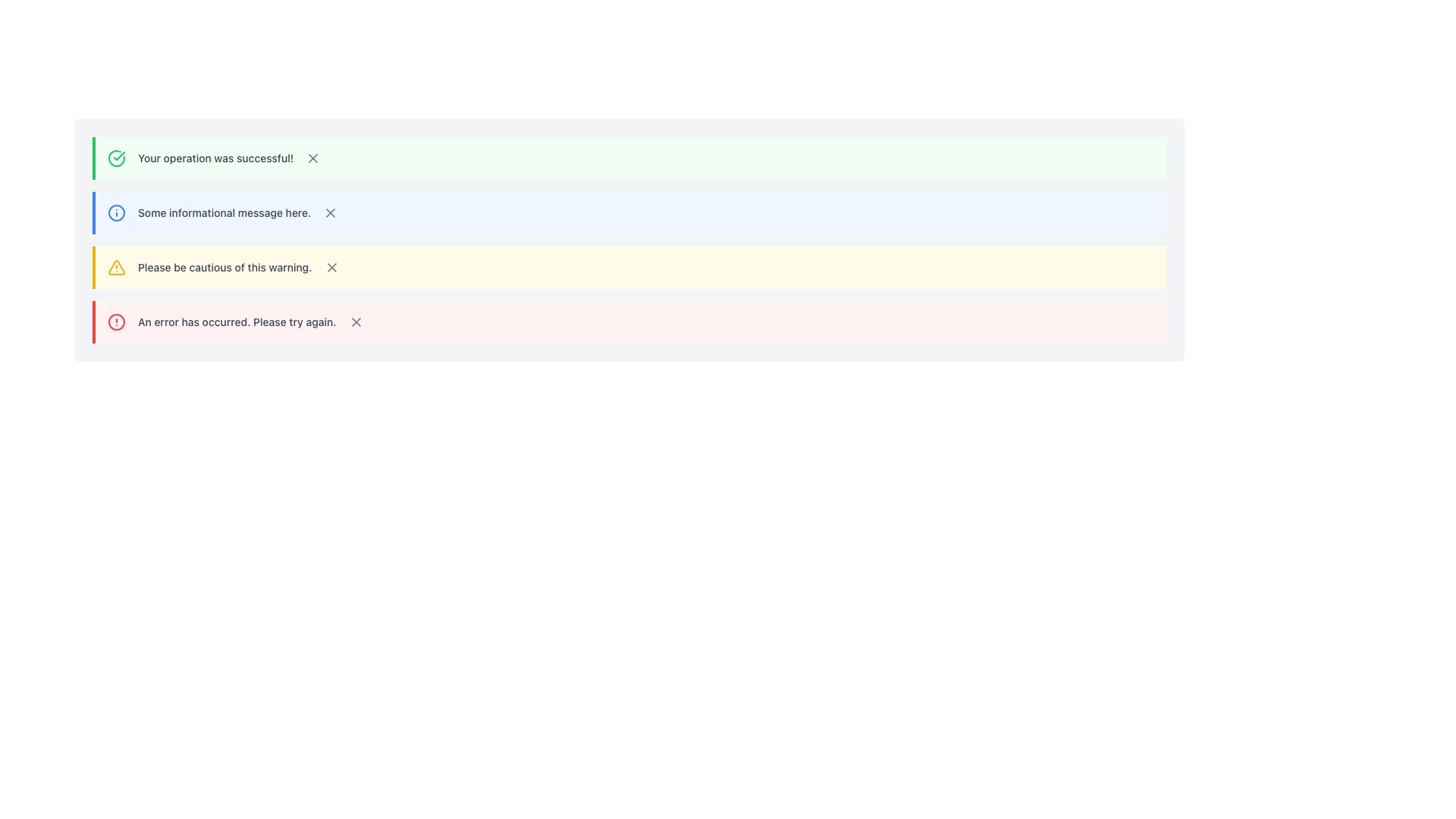  Describe the element at coordinates (115, 213) in the screenshot. I see `the information indicator icon located in the second row of the notification list, which is to the left of the text 'Some informational message here.'` at that location.